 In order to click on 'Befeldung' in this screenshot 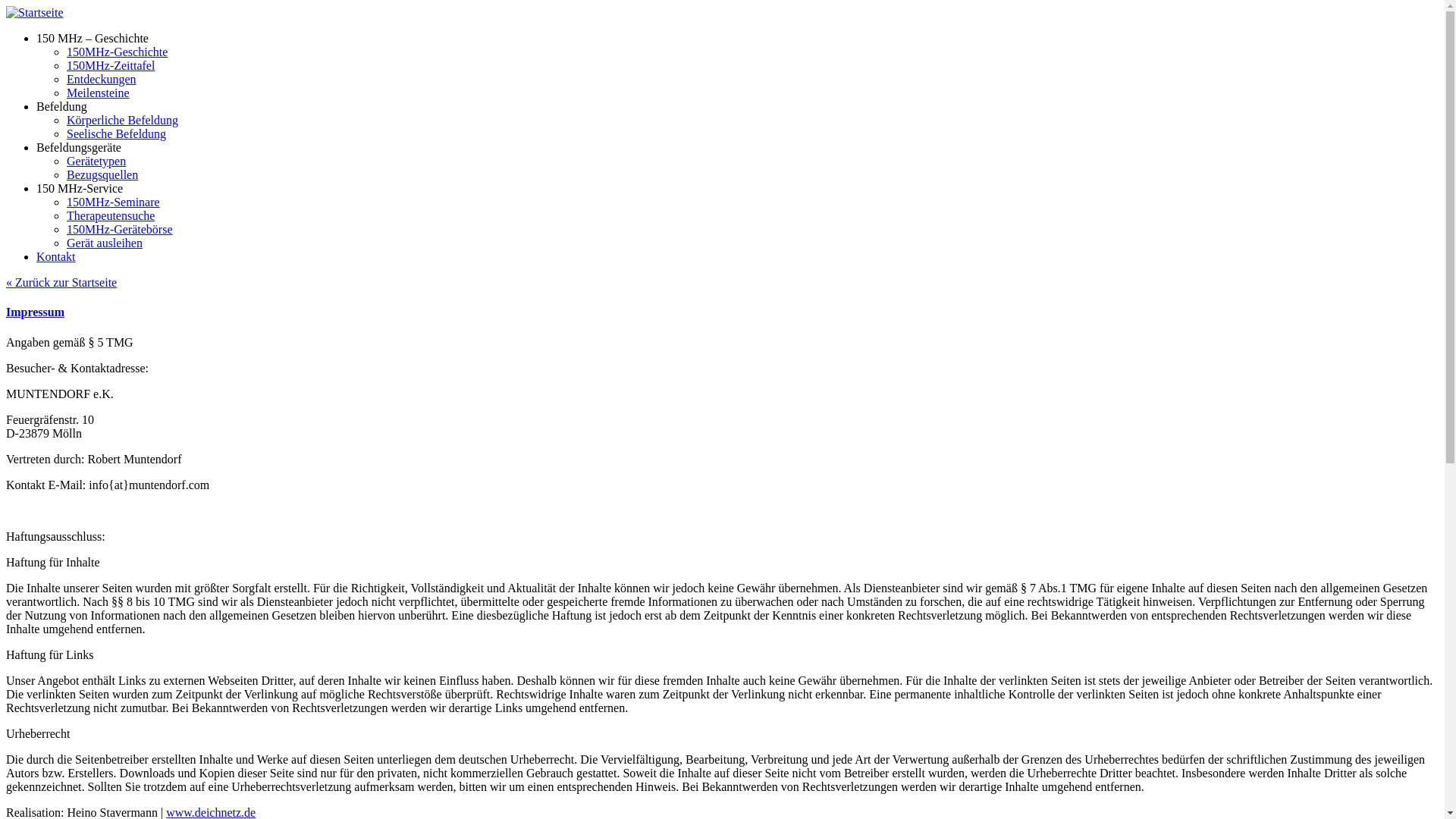, I will do `click(61, 105)`.